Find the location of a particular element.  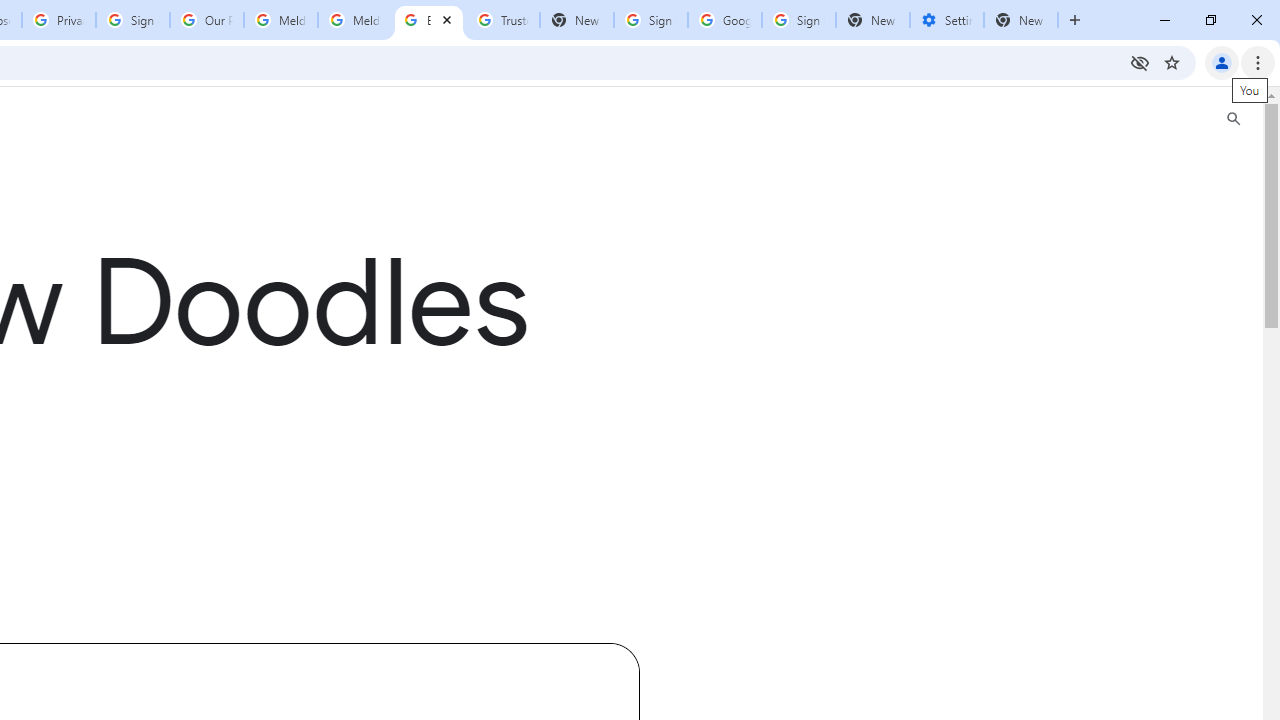

'Settings - Addresses and more' is located at coordinates (946, 20).